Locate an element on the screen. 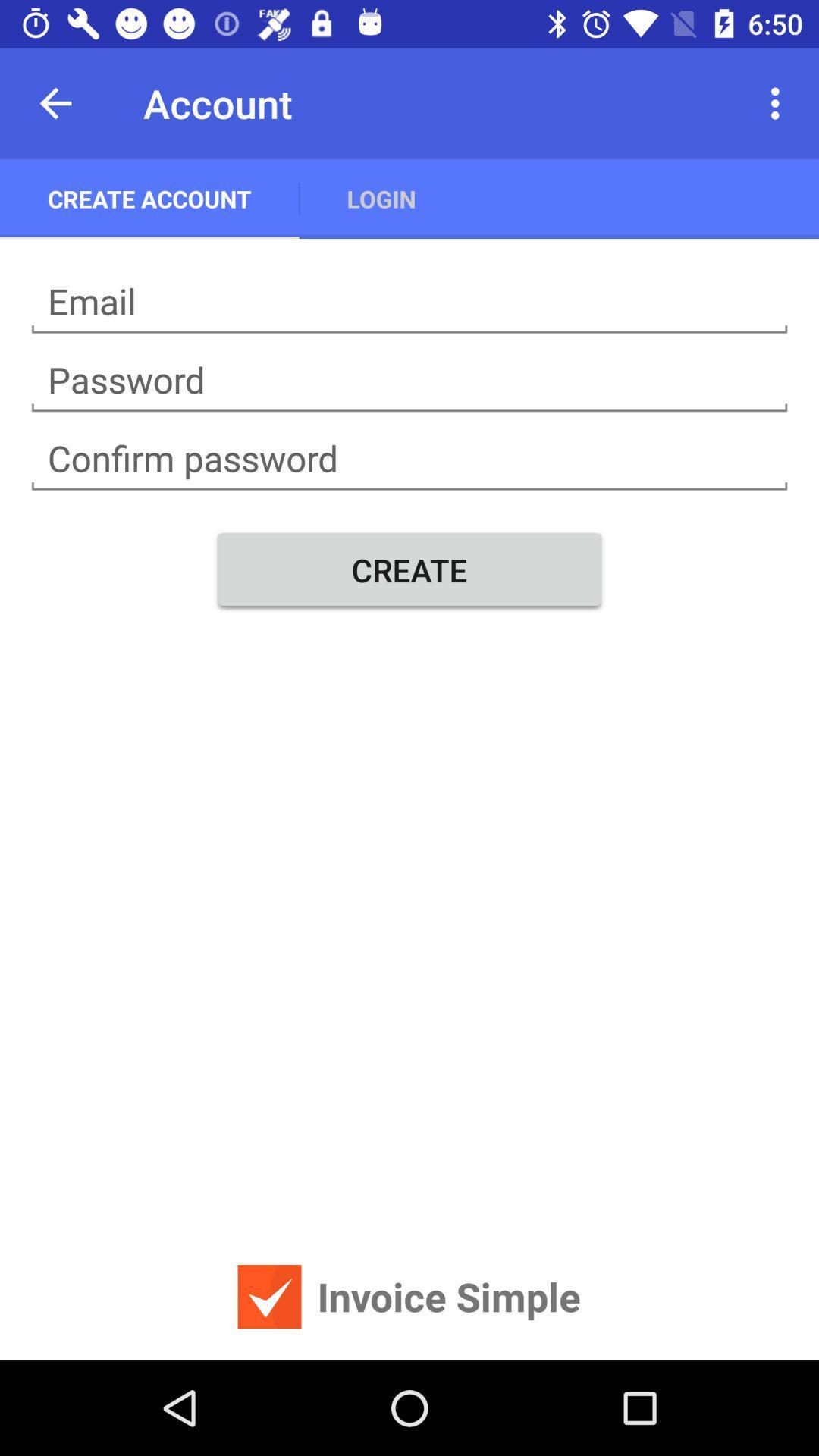  app next to create account icon is located at coordinates (381, 198).